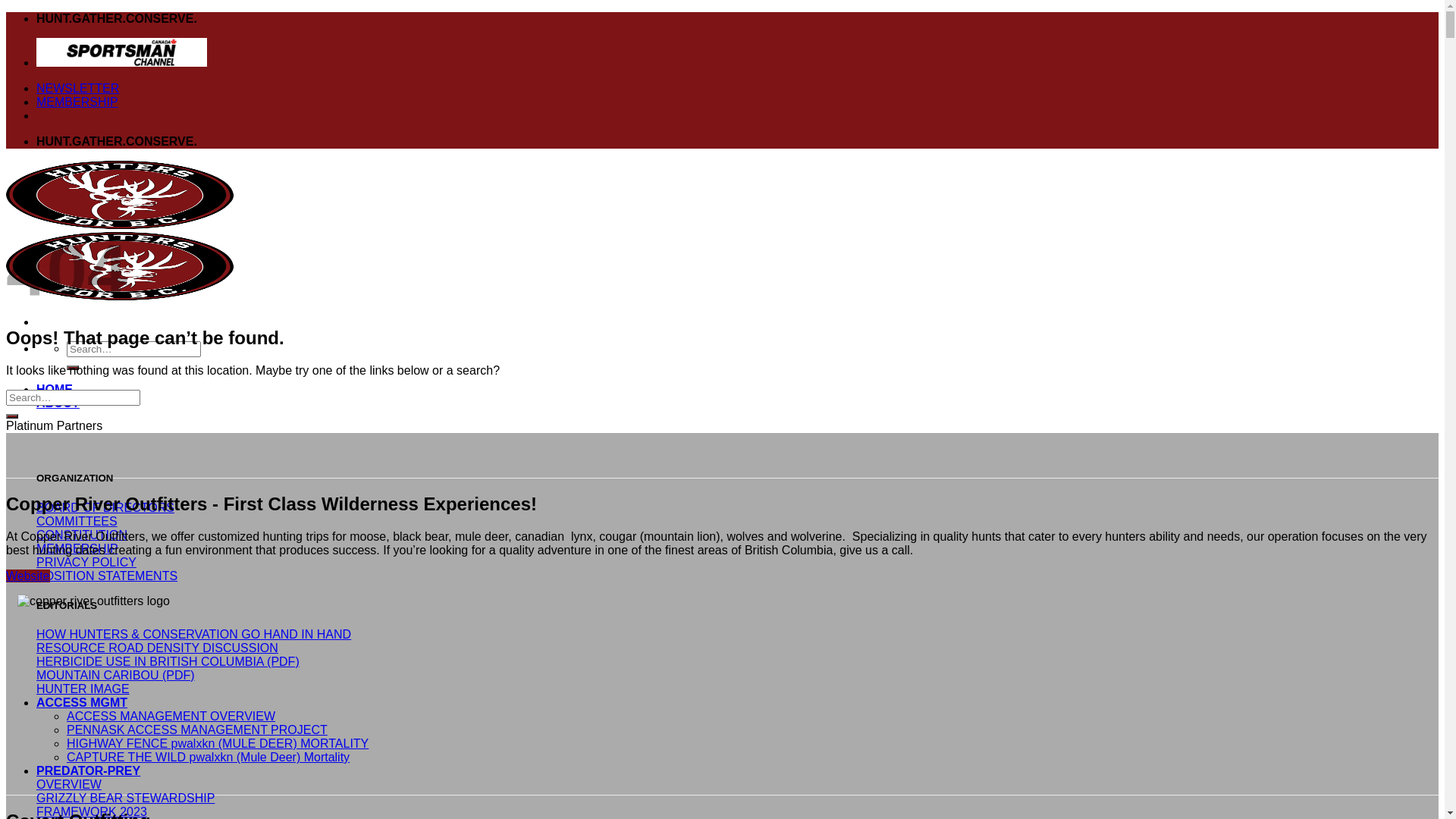 The image size is (1456, 819). Describe the element at coordinates (82, 689) in the screenshot. I see `'HUNTER IMAGE'` at that location.